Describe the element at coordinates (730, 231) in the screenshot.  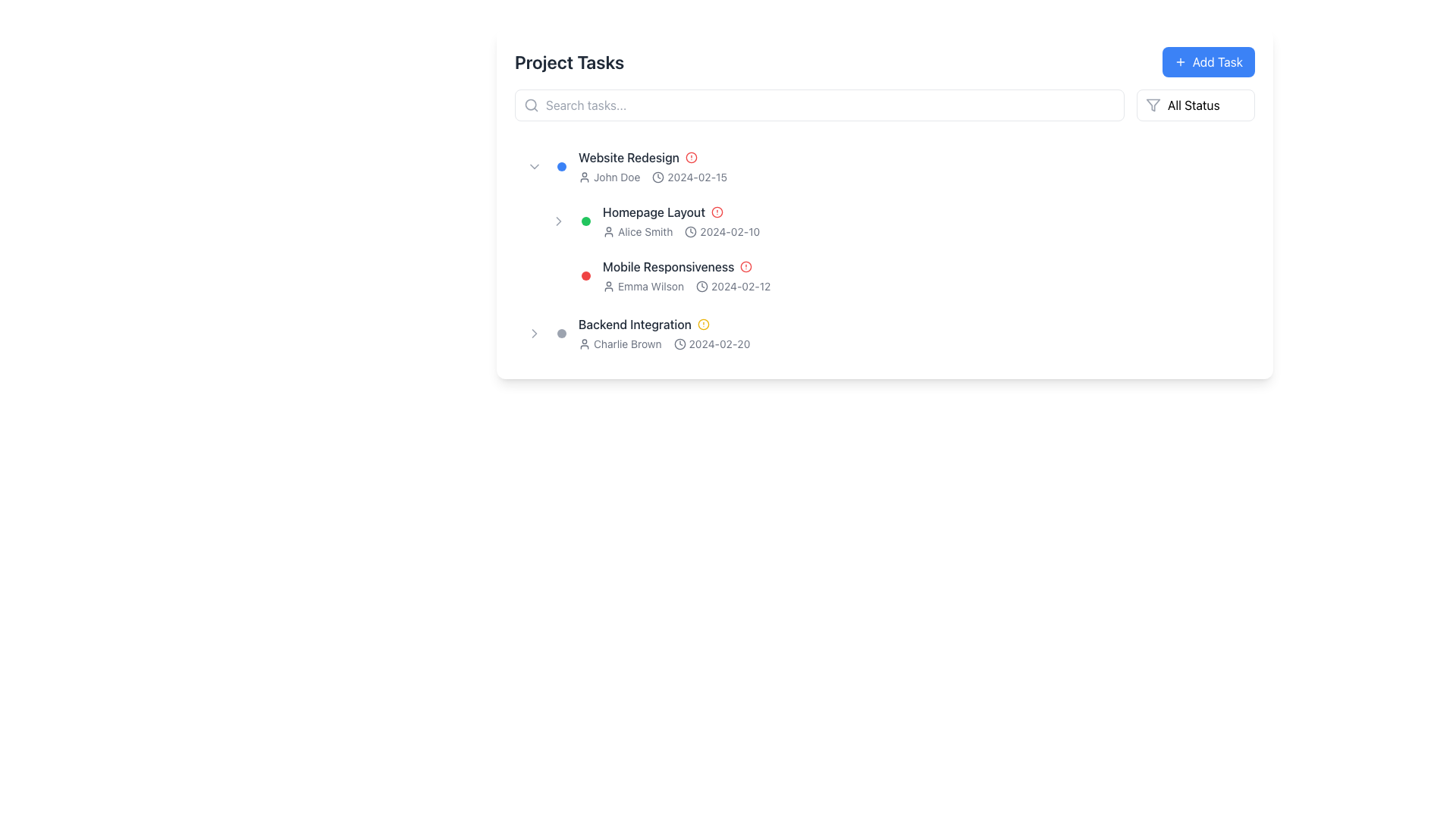
I see `the static text label displaying the due date for the task located in the task list under the 'Homepage Layout' section, which is to the right of the assignee 'Alice Smith' and has a clock icon to its left` at that location.